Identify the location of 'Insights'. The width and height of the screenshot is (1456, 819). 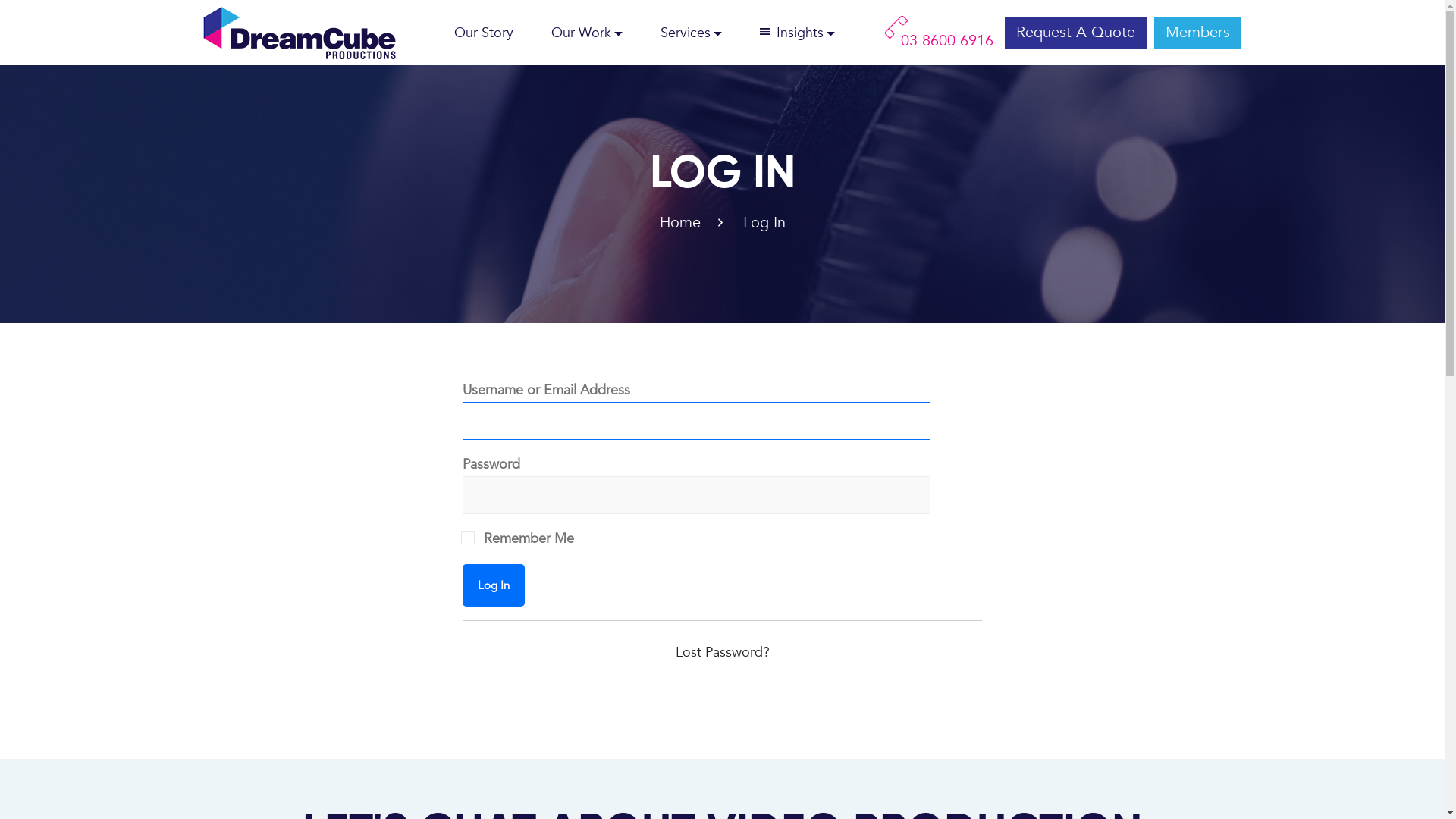
(760, 32).